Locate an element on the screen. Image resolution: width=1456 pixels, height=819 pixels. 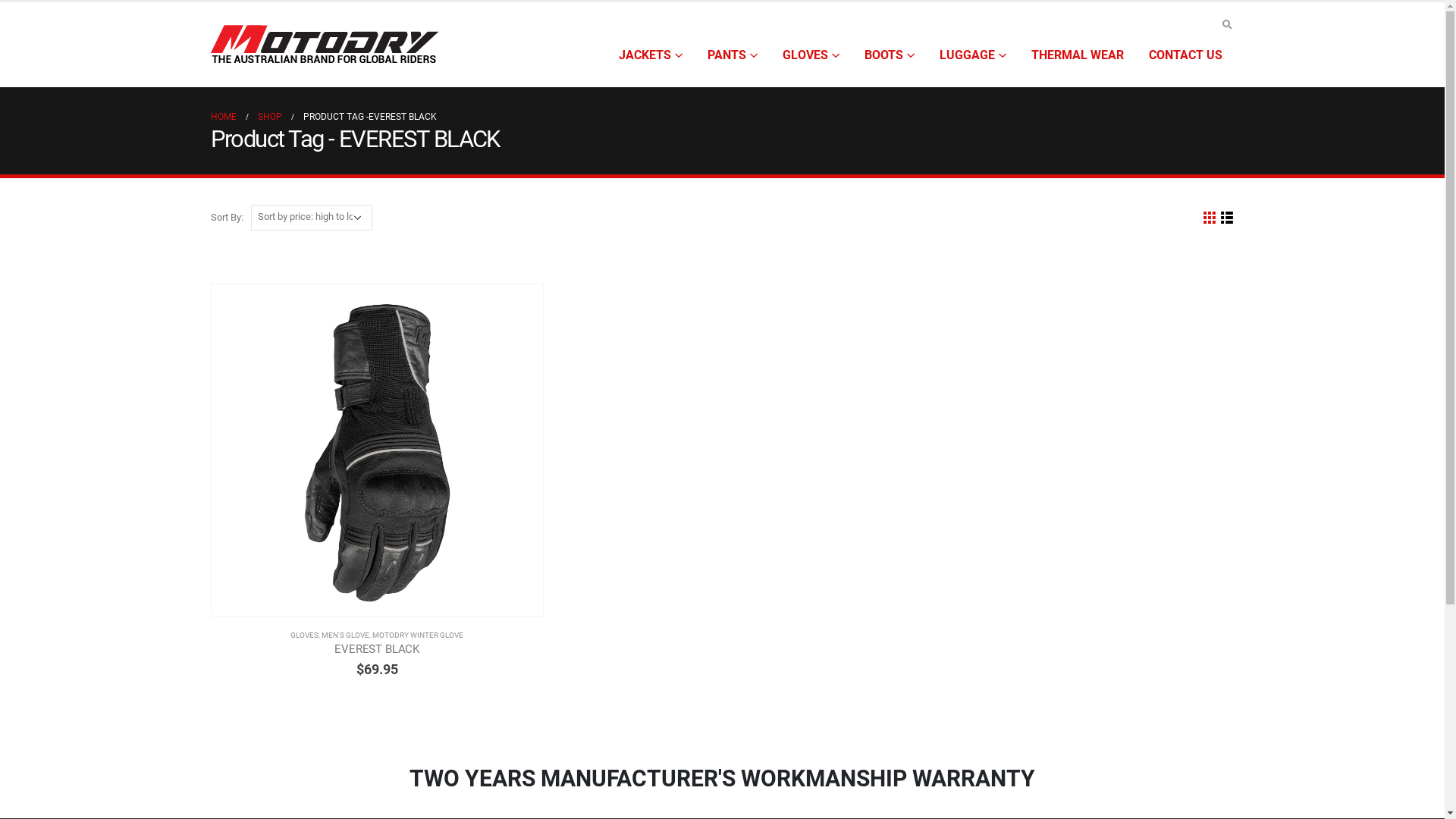
'BOOTS' is located at coordinates (889, 55).